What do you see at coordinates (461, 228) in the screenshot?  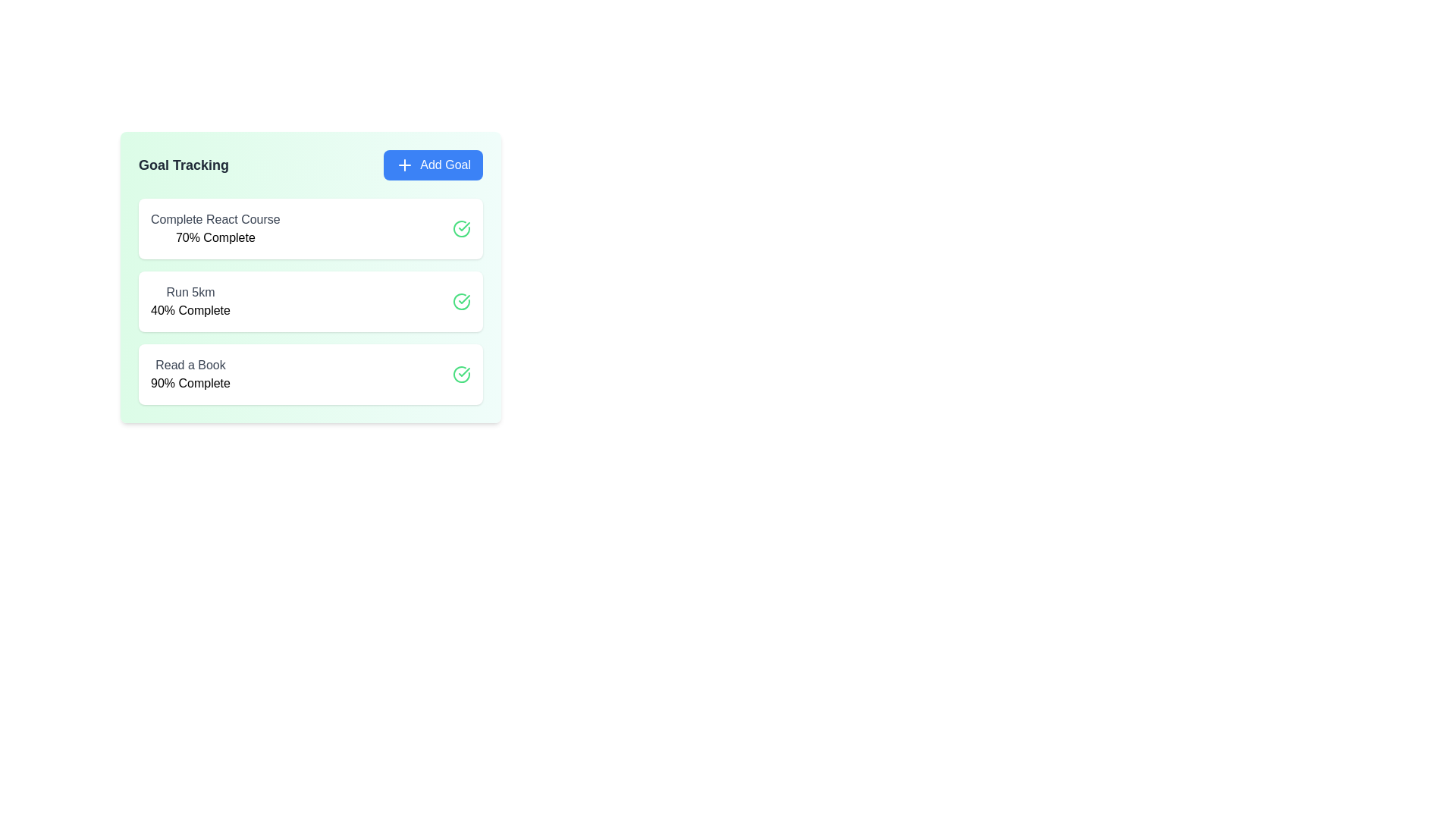 I see `the visual indicator icon for the completed task within the 'Complete React Course 70% Complete' card, located on the top-right corner adjacent to the text` at bounding box center [461, 228].